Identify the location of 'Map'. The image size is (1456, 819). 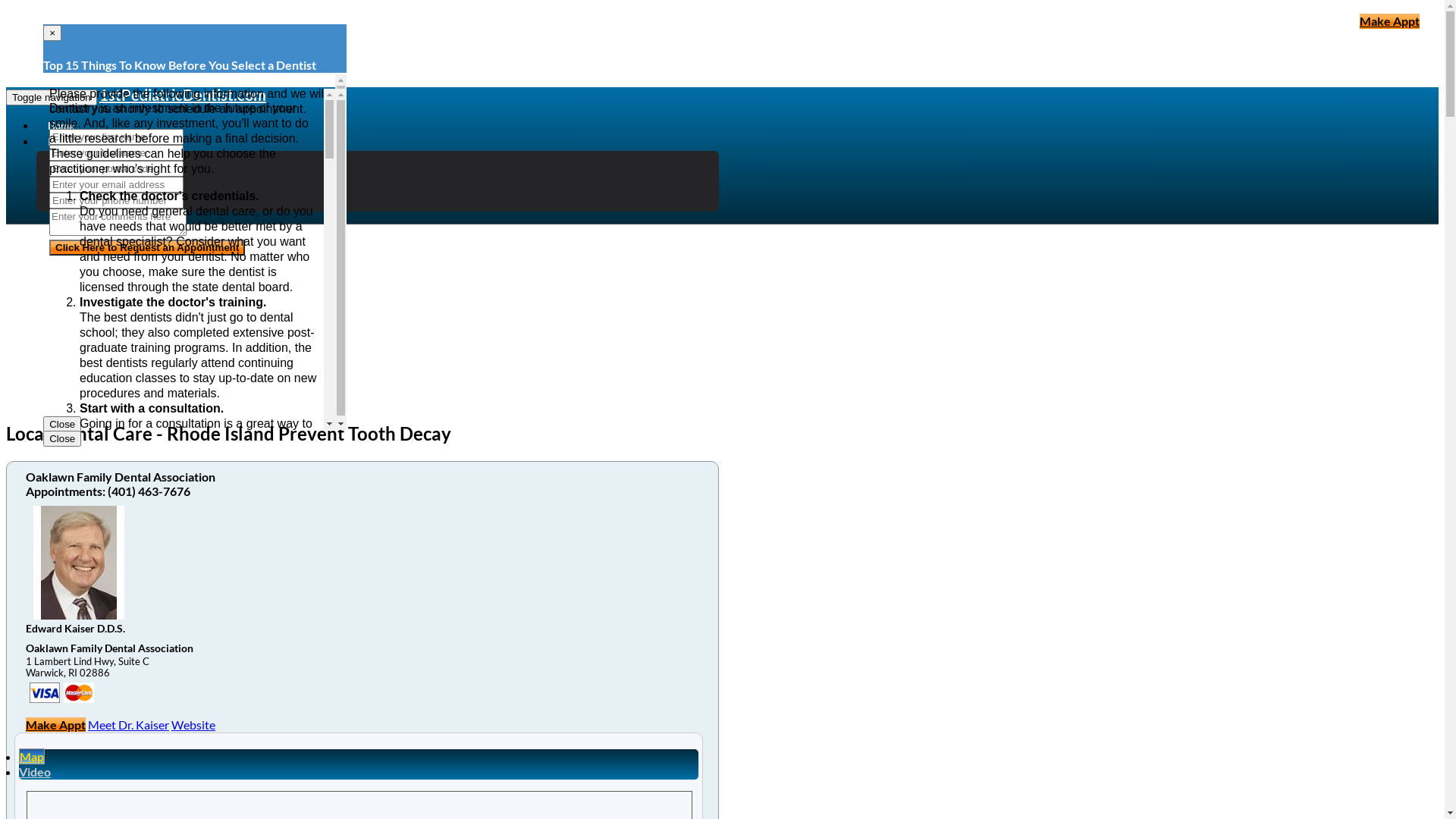
(32, 756).